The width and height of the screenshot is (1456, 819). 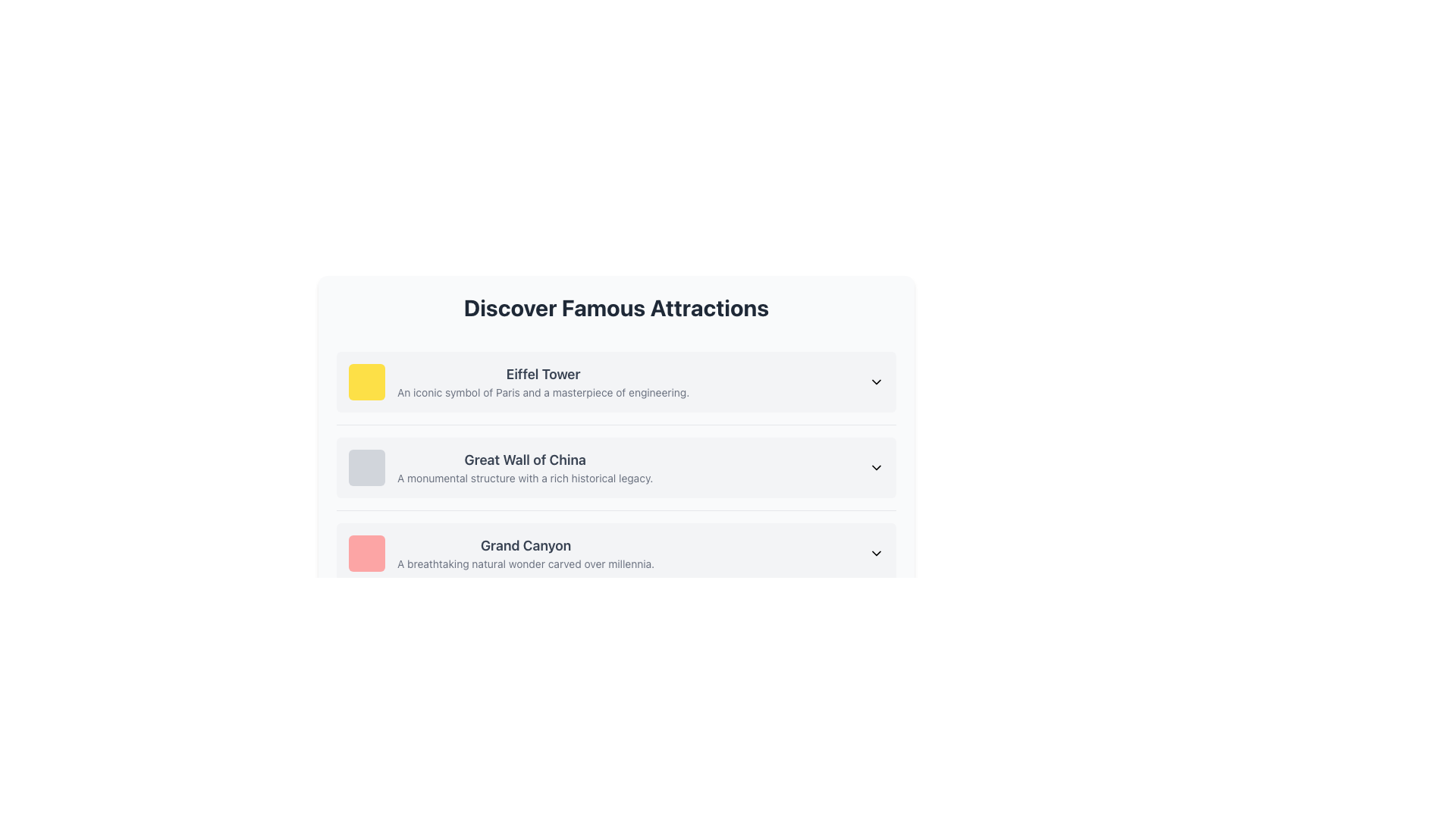 I want to click on the chevron icon, so click(x=877, y=381).